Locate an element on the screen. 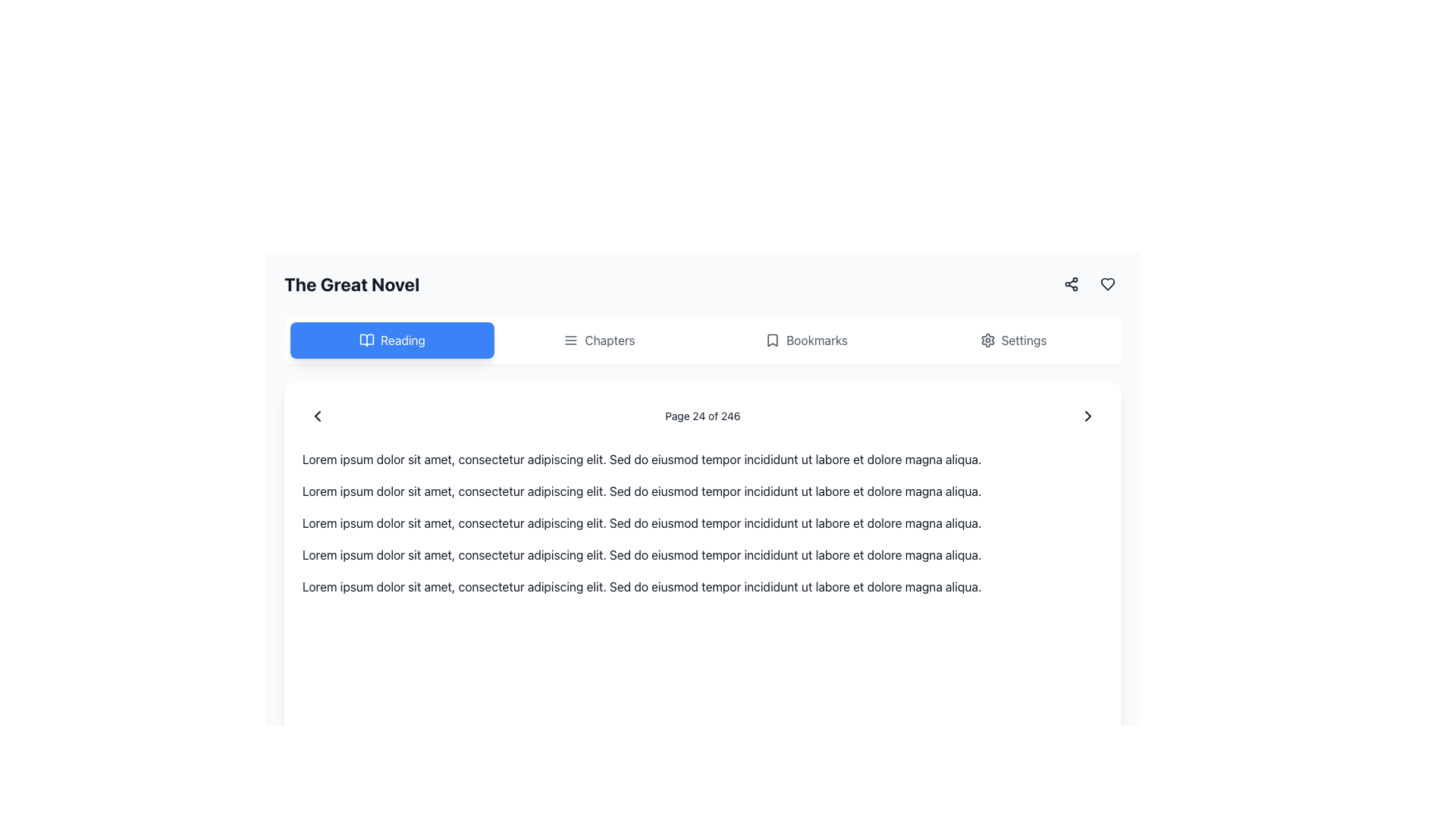  the book icon located within the 'Reading' button at the top left of the horizontal navigation bar, which has a bright blue background and rounded edges is located at coordinates (367, 339).